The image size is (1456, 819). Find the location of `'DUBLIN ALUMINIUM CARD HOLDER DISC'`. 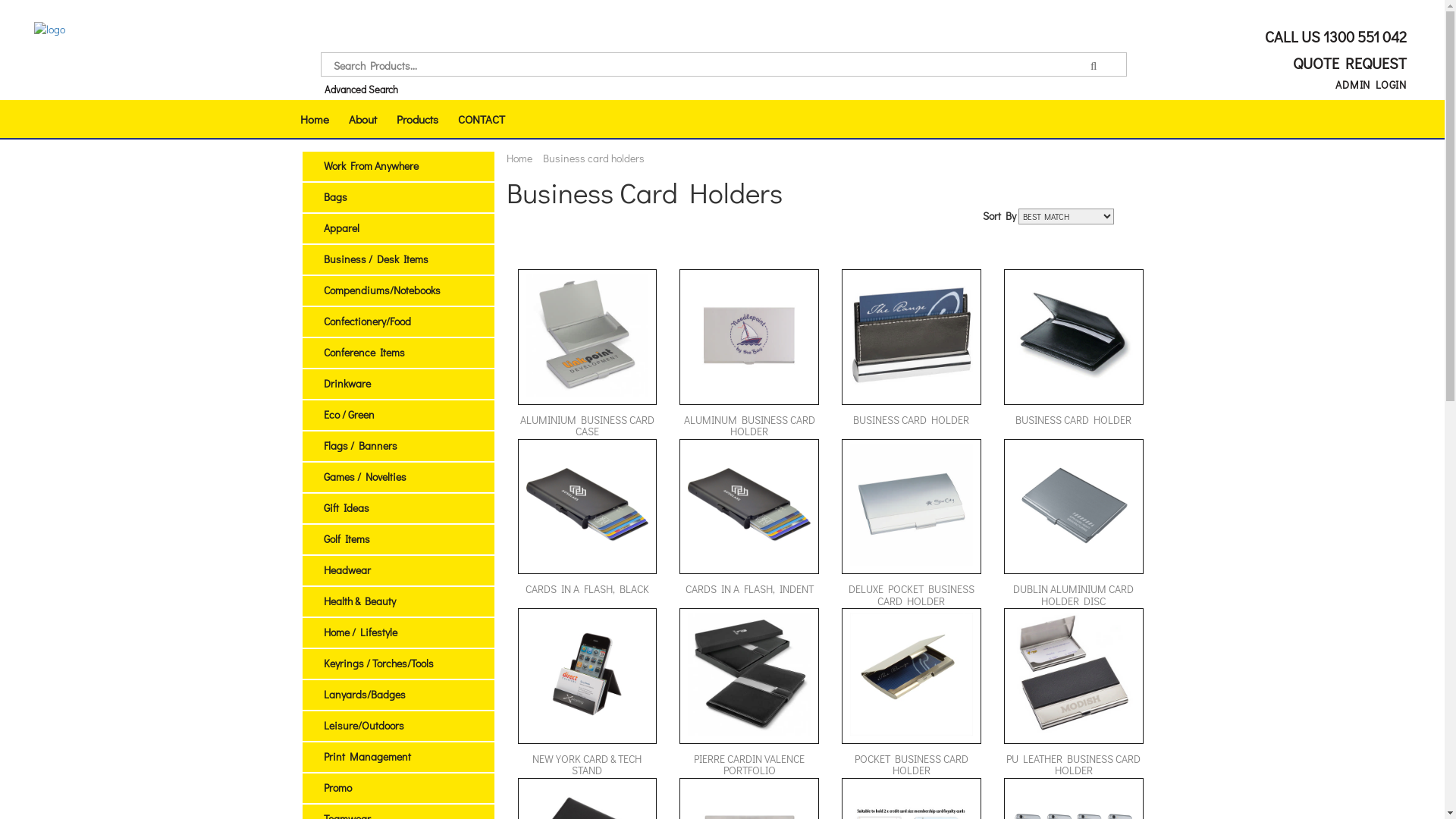

'DUBLIN ALUMINIUM CARD HOLDER DISC' is located at coordinates (1004, 522).